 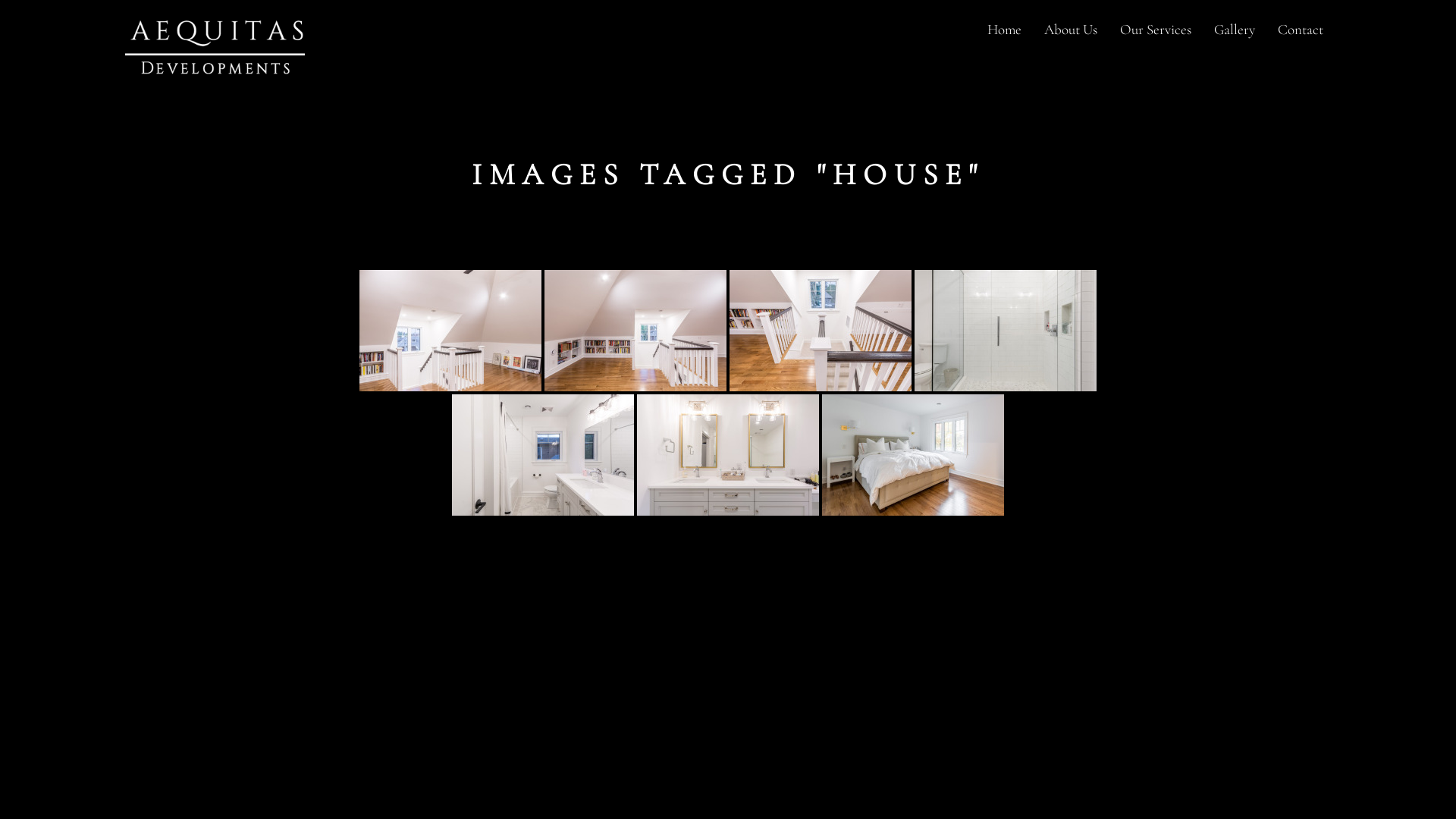 What do you see at coordinates (1004, 30) in the screenshot?
I see `'Home'` at bounding box center [1004, 30].